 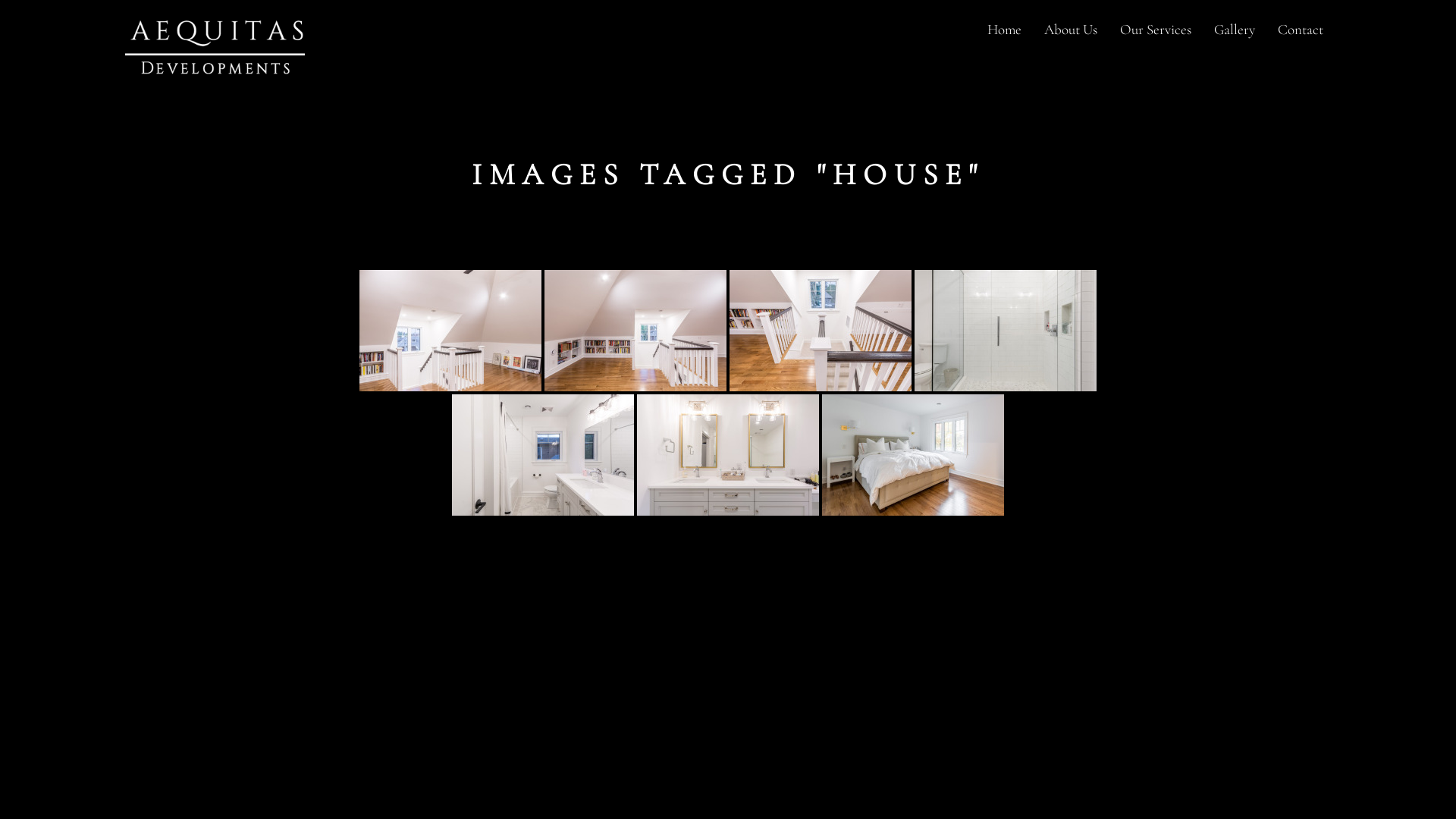 What do you see at coordinates (1004, 30) in the screenshot?
I see `'Home'` at bounding box center [1004, 30].